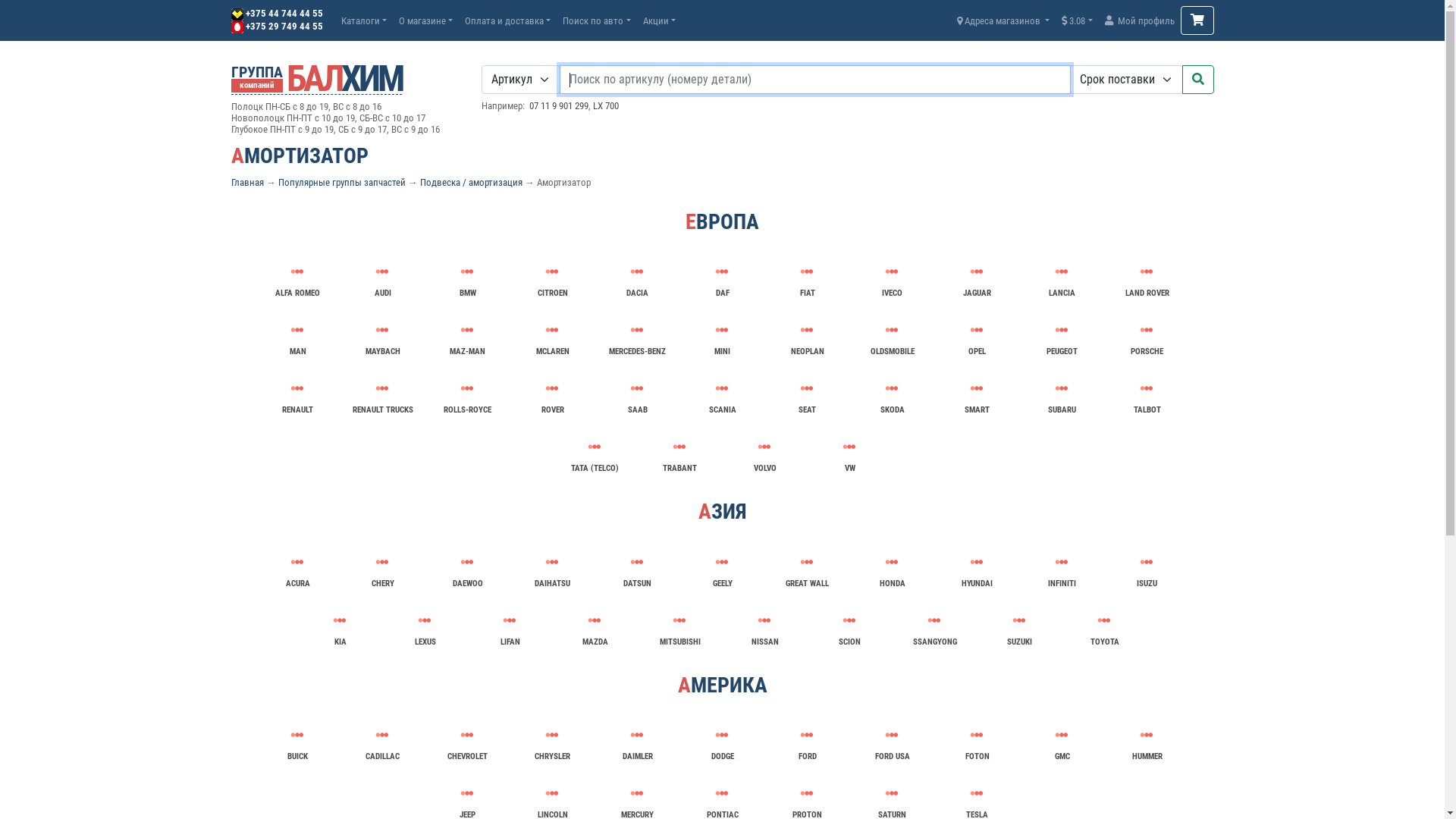 This screenshot has width=1456, height=819. I want to click on 'KIA', so click(339, 626).